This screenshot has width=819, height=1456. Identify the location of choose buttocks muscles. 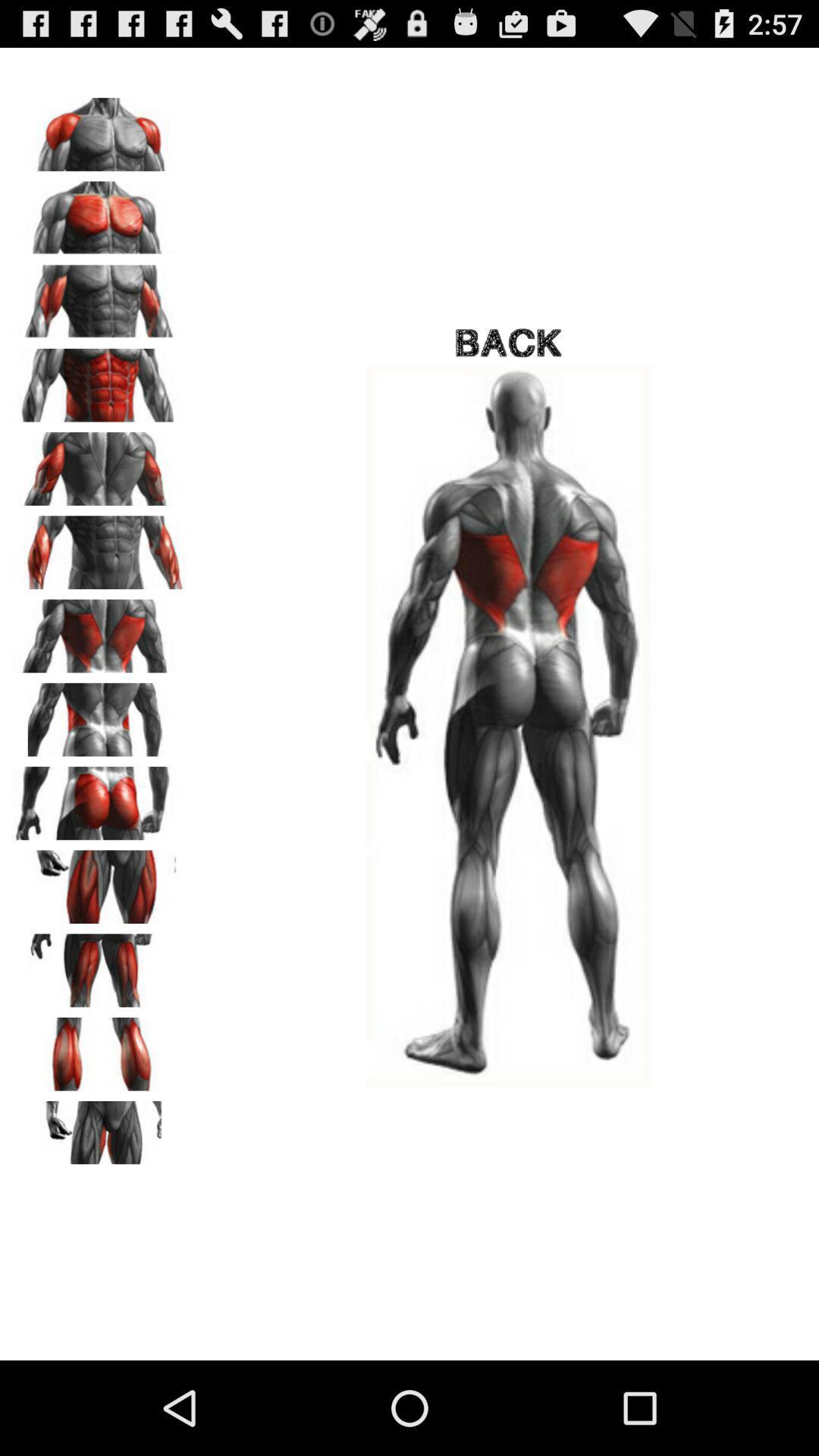
(99, 797).